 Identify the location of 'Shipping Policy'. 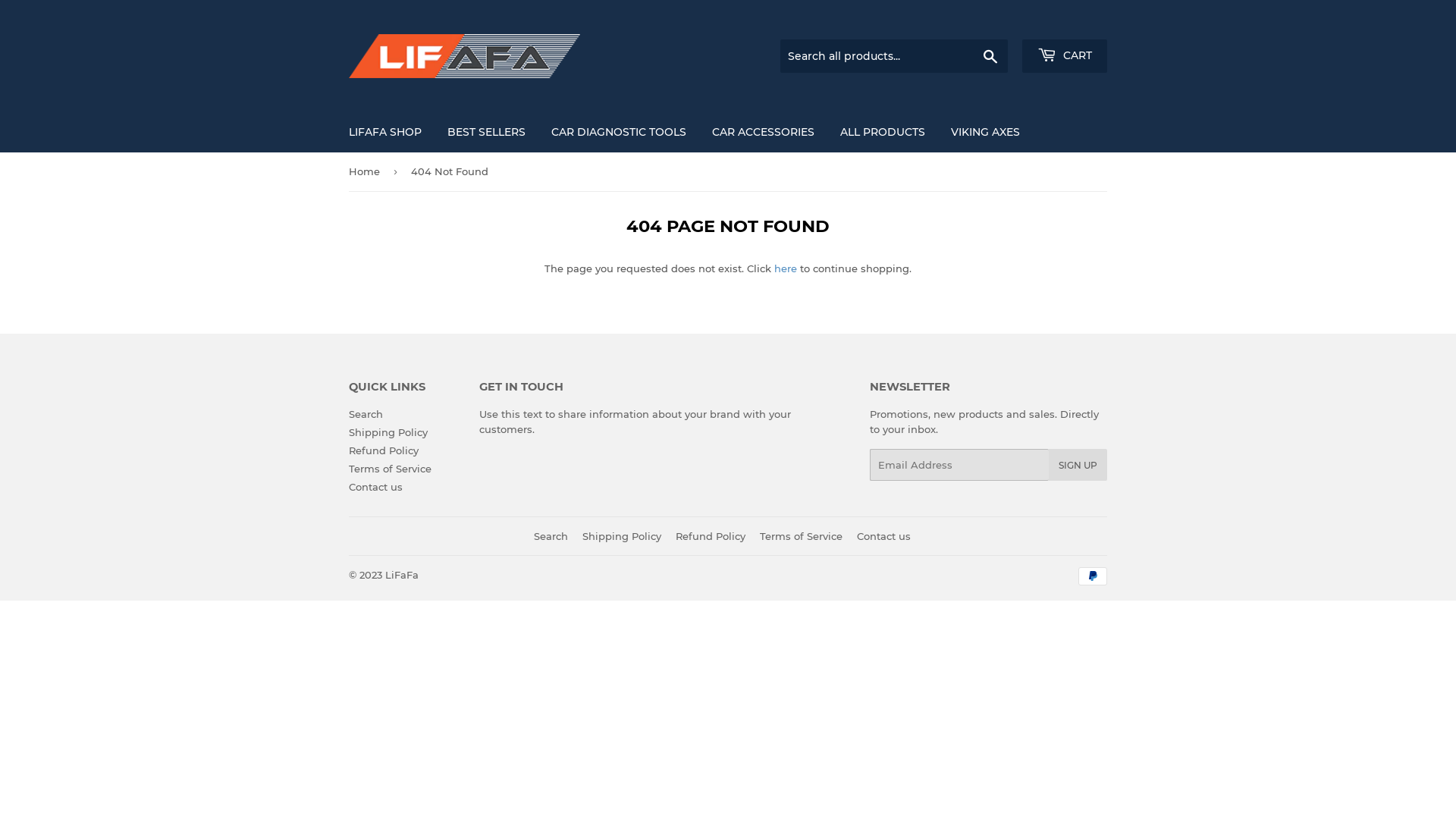
(388, 432).